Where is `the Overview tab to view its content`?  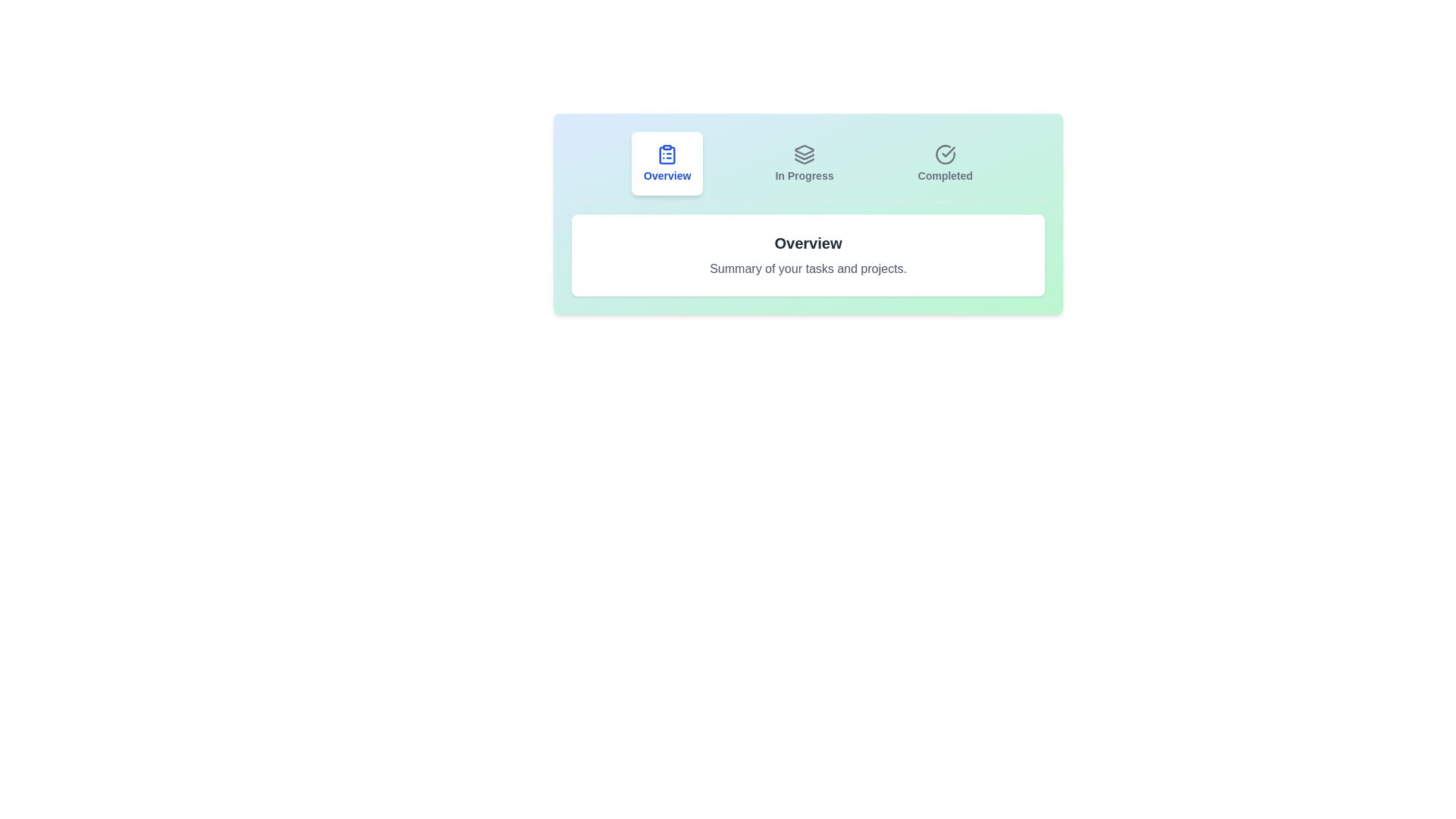 the Overview tab to view its content is located at coordinates (667, 164).